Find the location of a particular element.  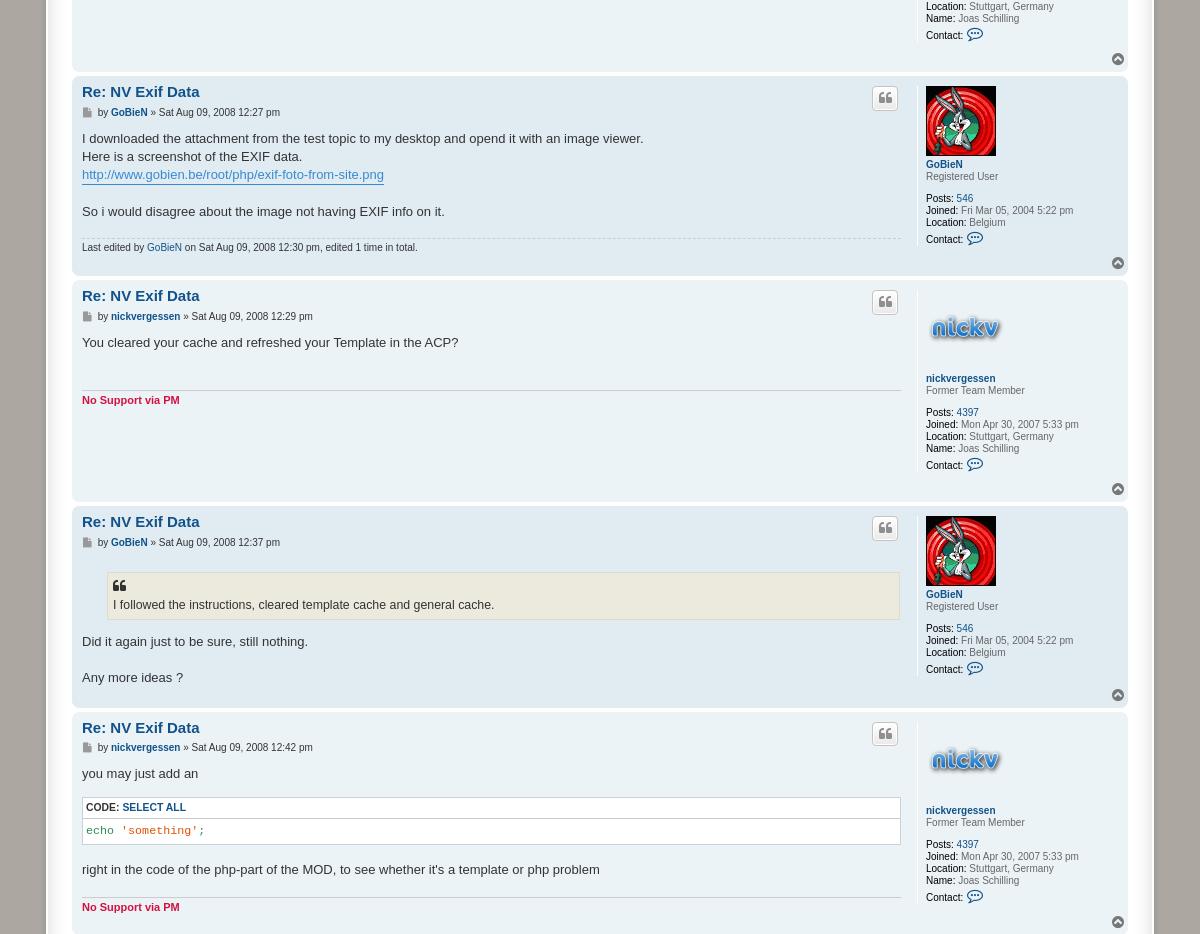

'Any more ideas ?' is located at coordinates (132, 676).